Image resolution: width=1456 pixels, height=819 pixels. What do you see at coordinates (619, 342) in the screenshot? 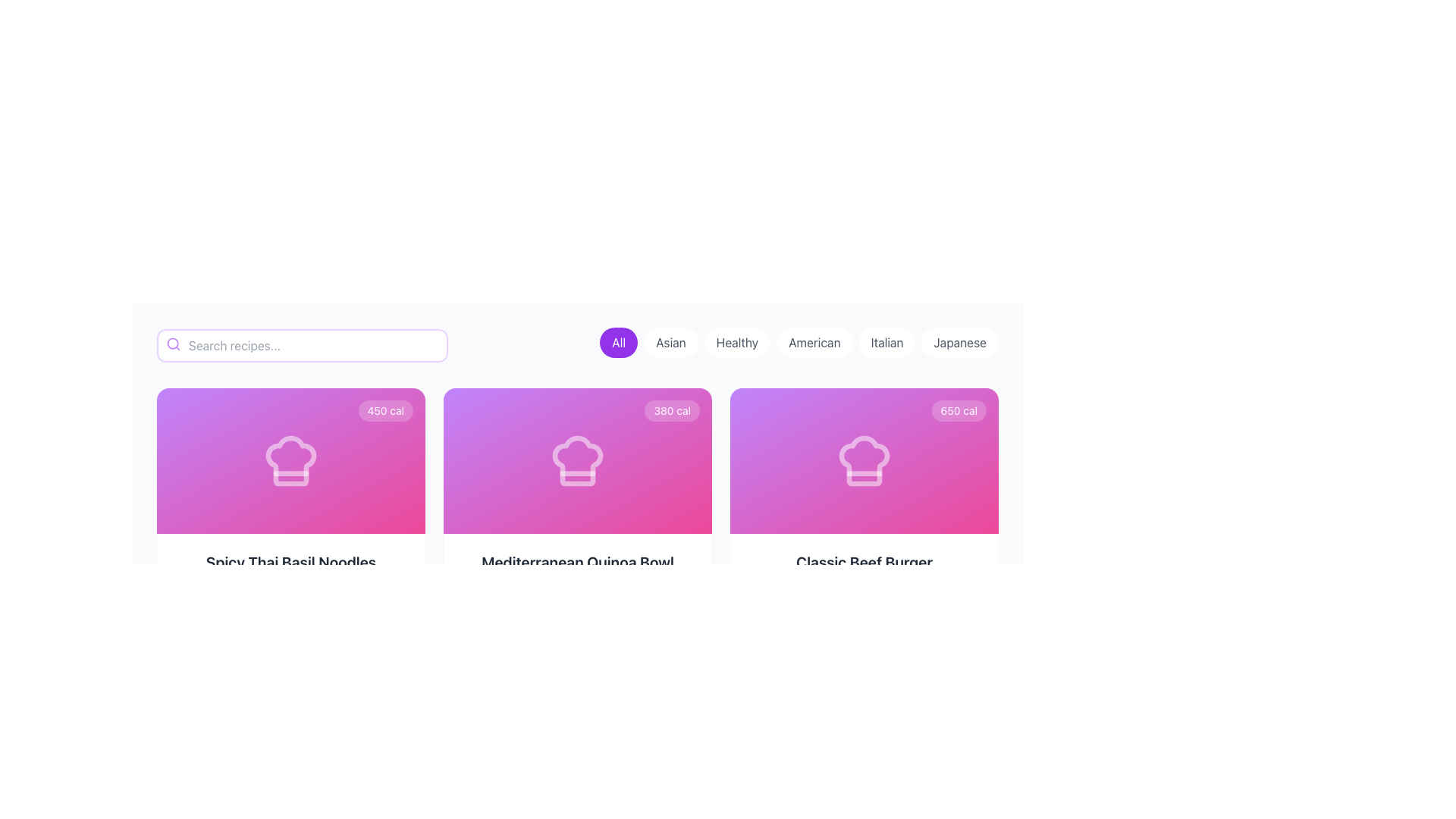
I see `the first button in the horizontal row of category buttons` at bounding box center [619, 342].